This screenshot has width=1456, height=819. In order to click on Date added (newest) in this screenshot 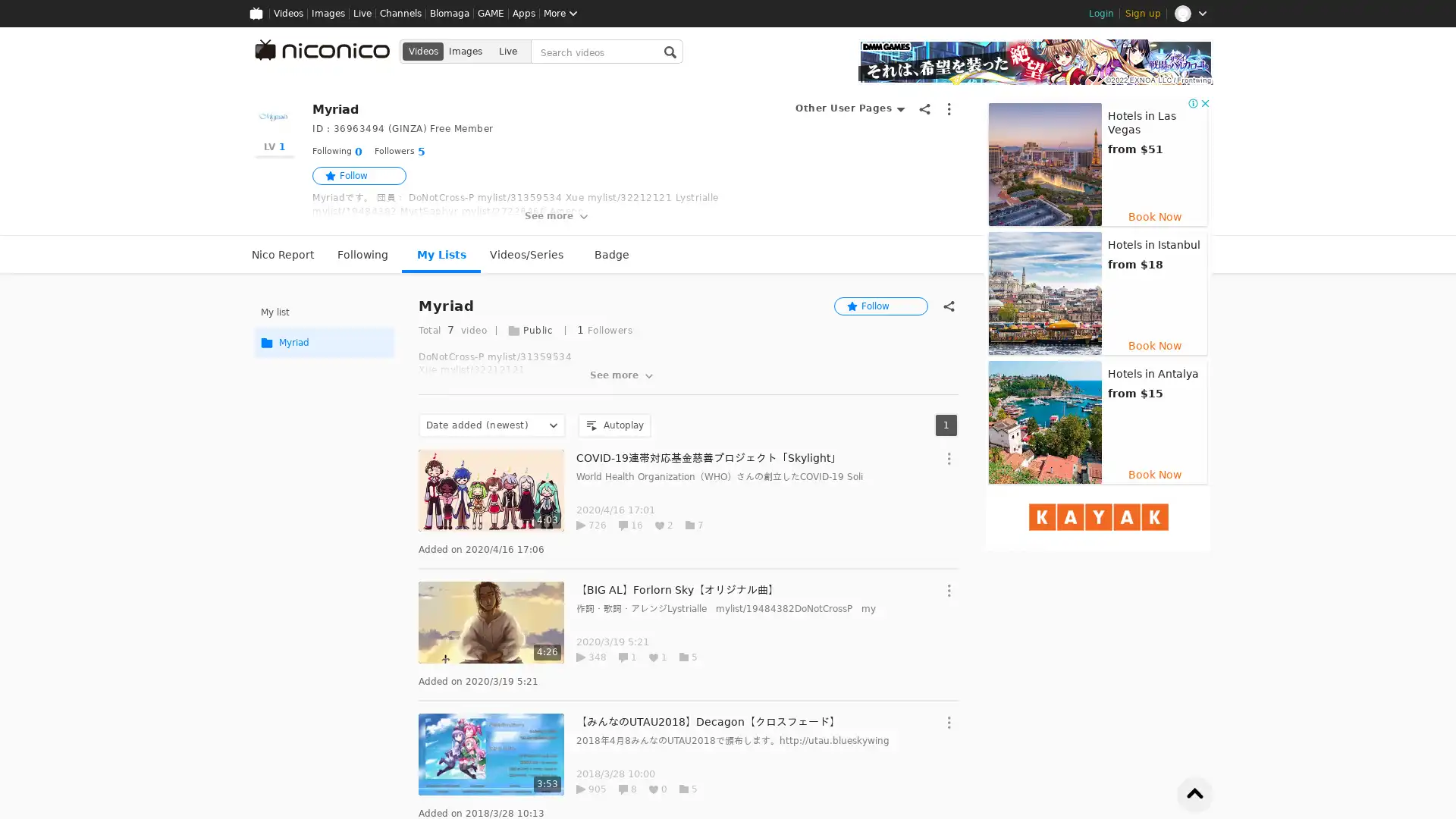, I will do `click(491, 425)`.